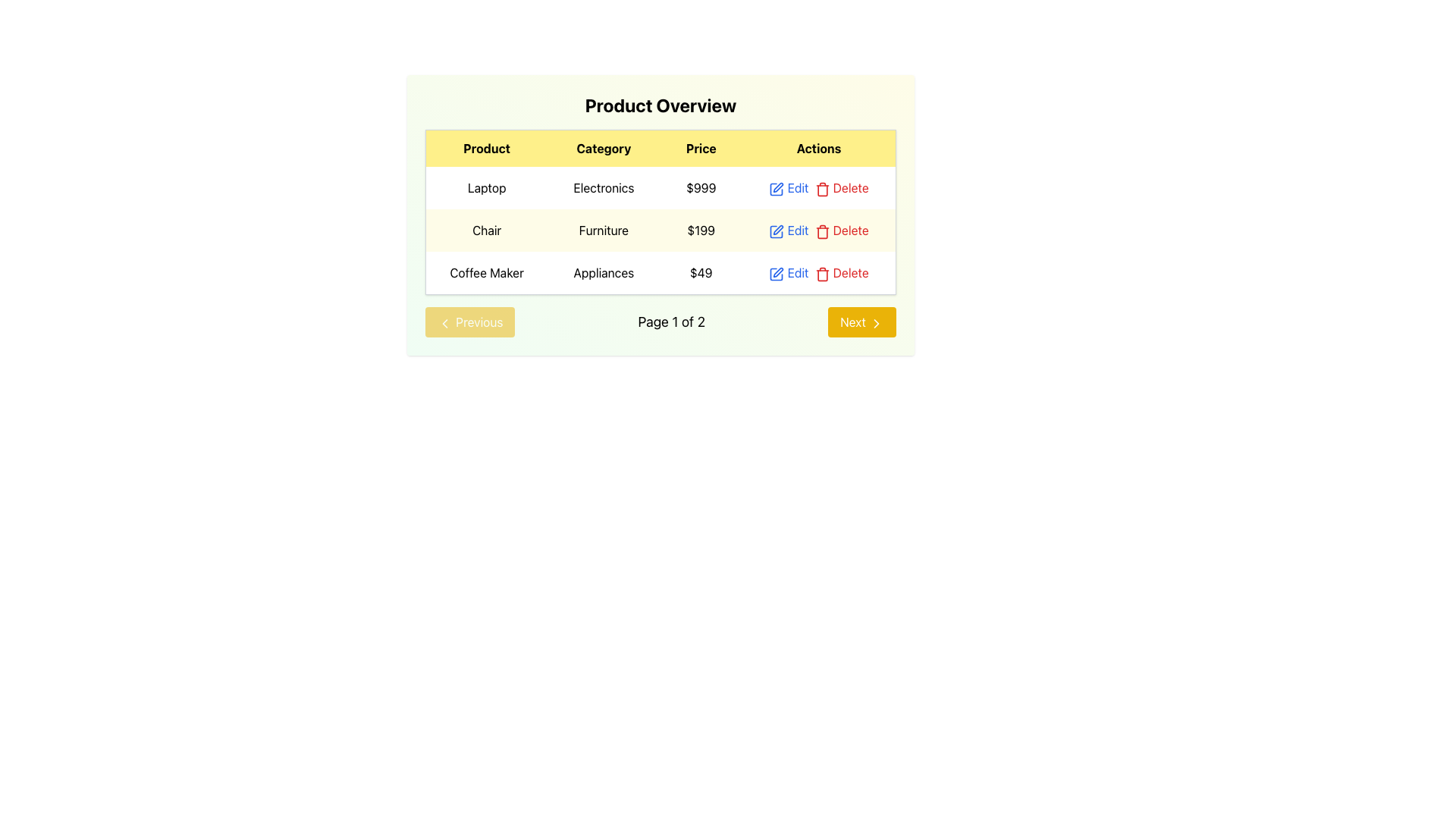  What do you see at coordinates (700, 148) in the screenshot?
I see `table header cell labeled 'Price', which has a yellow background and bold black text, located between the 'Category' and 'Actions' headers` at bounding box center [700, 148].